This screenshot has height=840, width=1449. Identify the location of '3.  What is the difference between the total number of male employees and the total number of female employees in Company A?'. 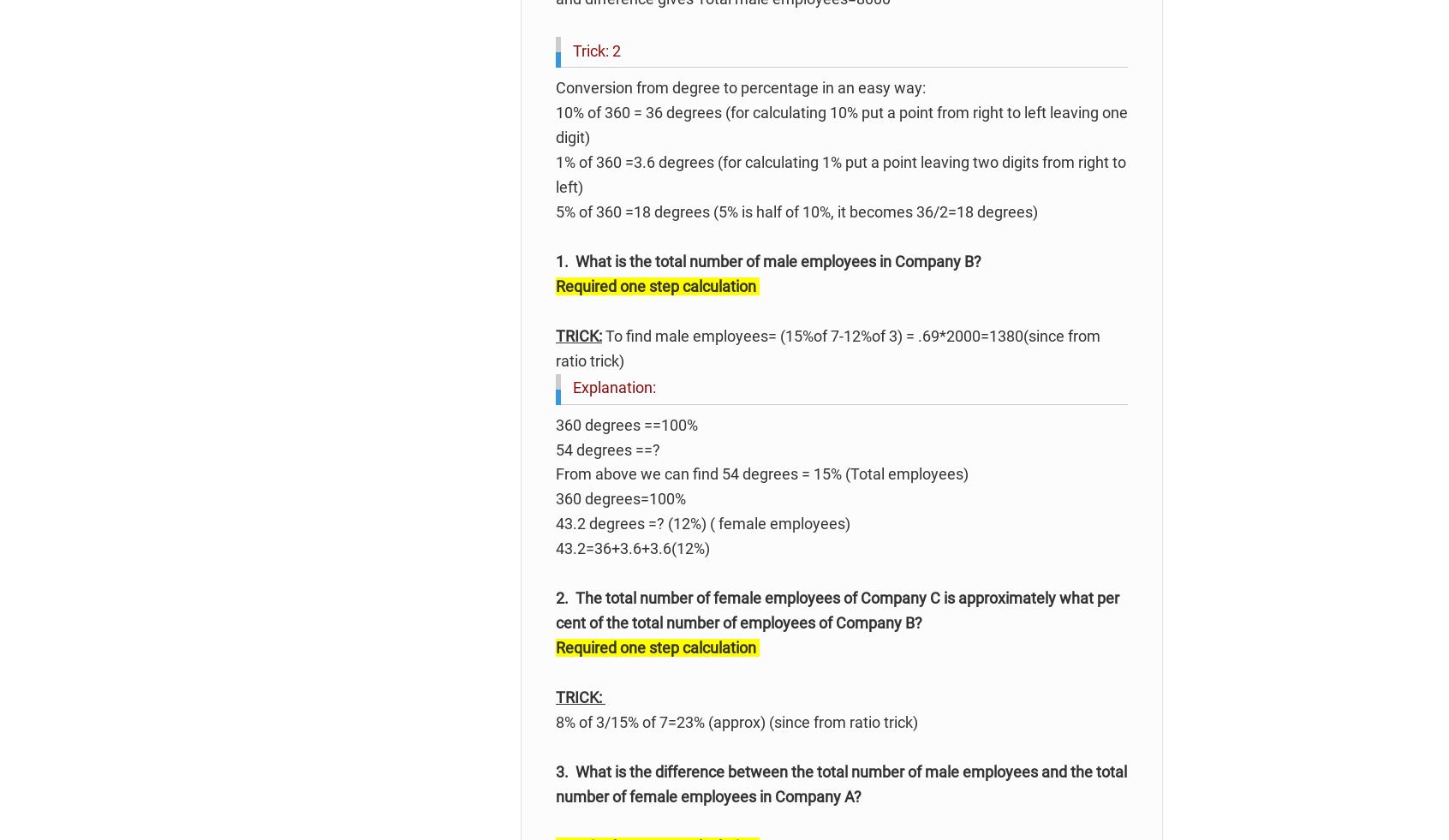
(556, 783).